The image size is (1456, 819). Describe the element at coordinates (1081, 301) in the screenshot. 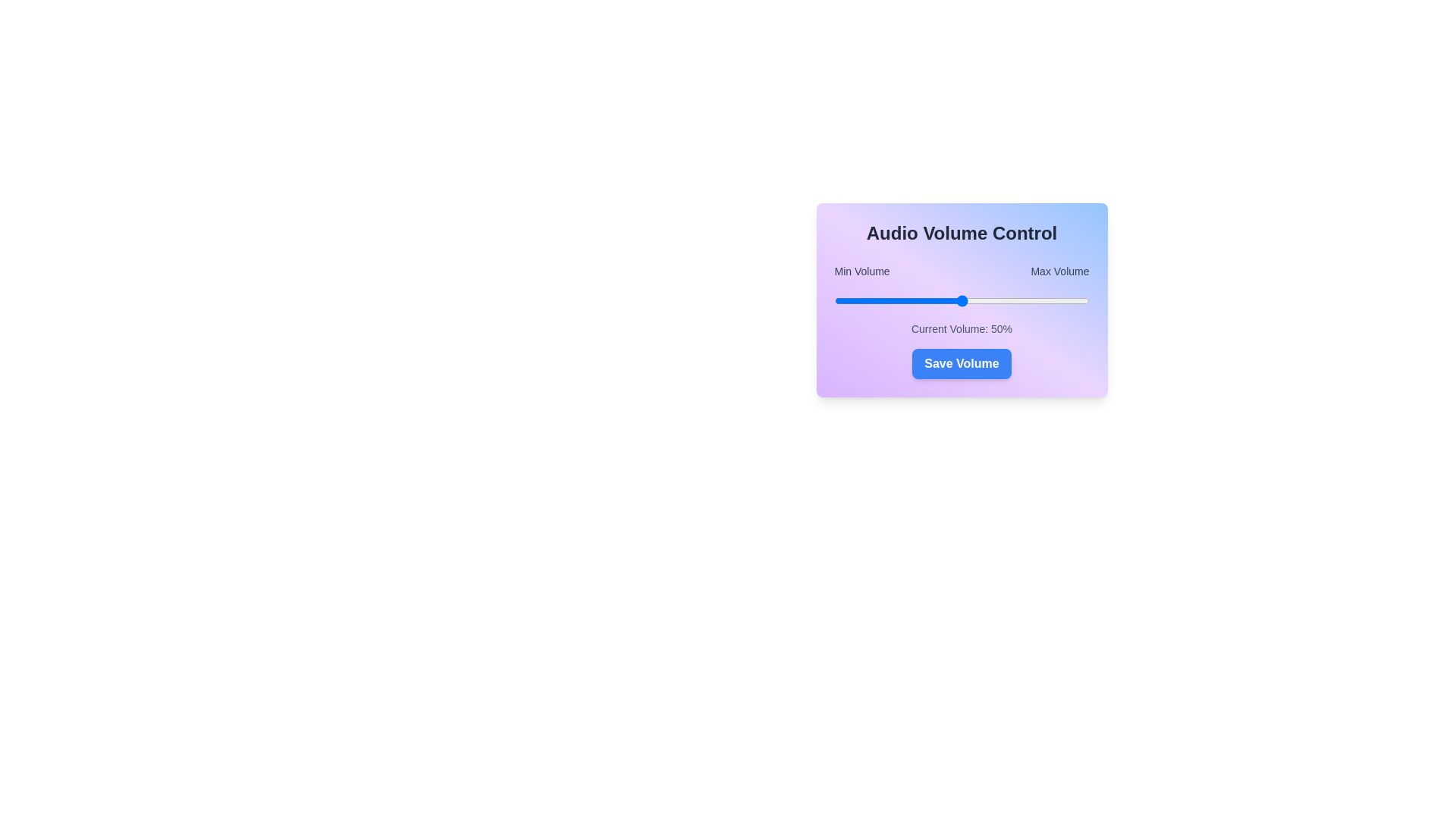

I see `the volume slider to set the volume to 97%` at that location.